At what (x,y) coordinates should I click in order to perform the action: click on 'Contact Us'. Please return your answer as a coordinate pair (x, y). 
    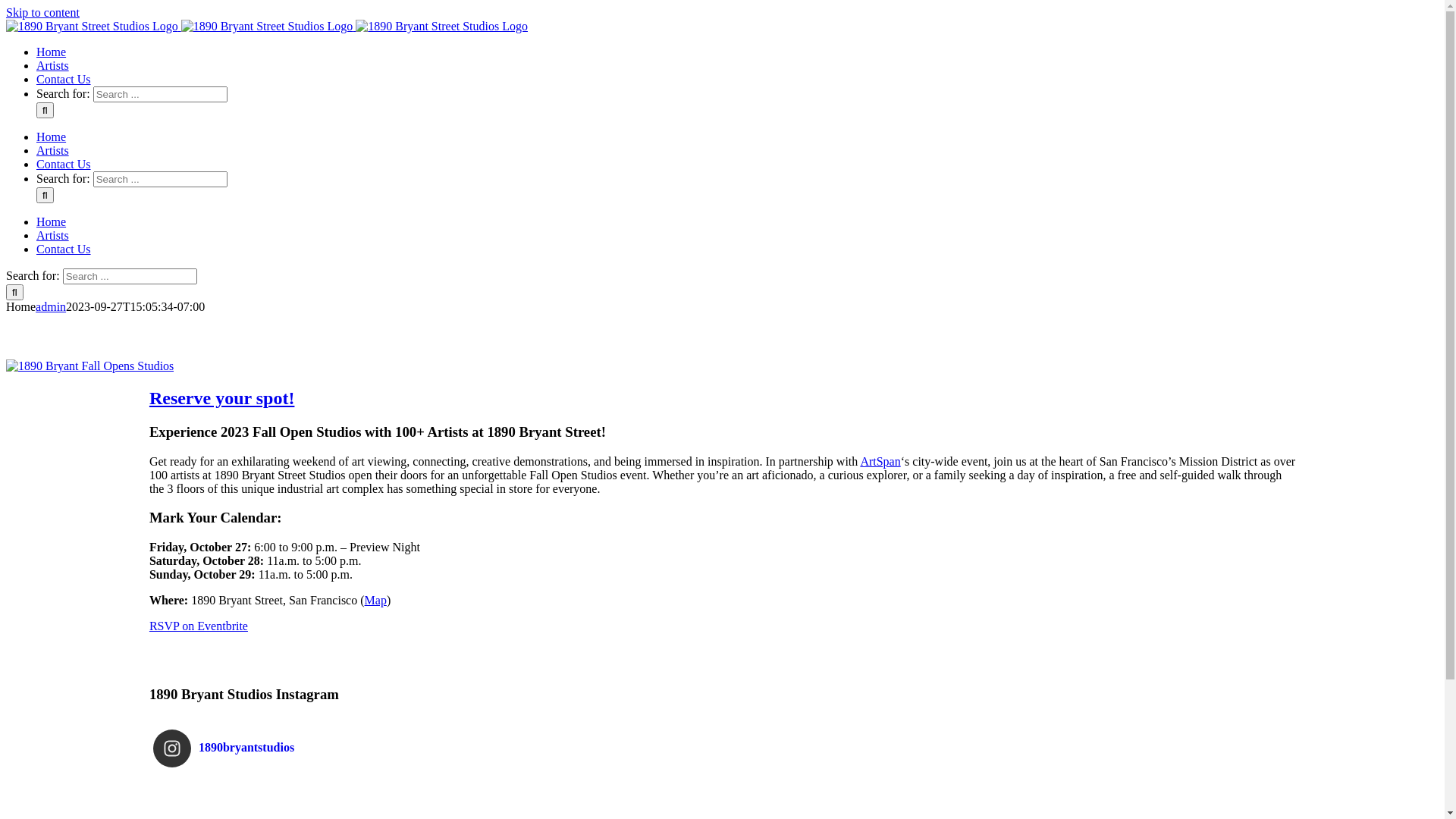
    Looking at the image, I should click on (62, 164).